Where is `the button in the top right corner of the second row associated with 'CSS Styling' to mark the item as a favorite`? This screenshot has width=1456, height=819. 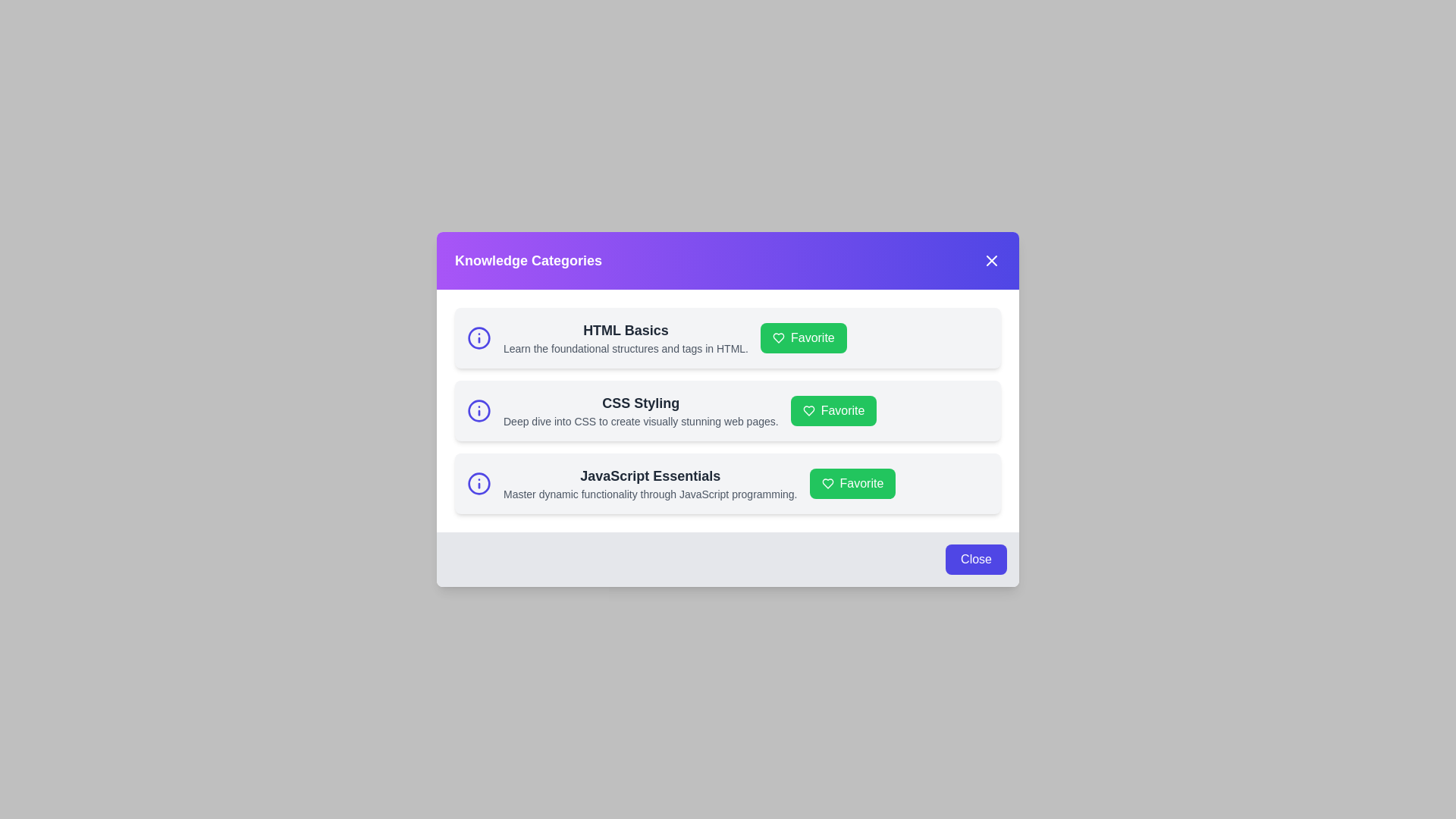
the button in the top right corner of the second row associated with 'CSS Styling' to mark the item as a favorite is located at coordinates (833, 411).